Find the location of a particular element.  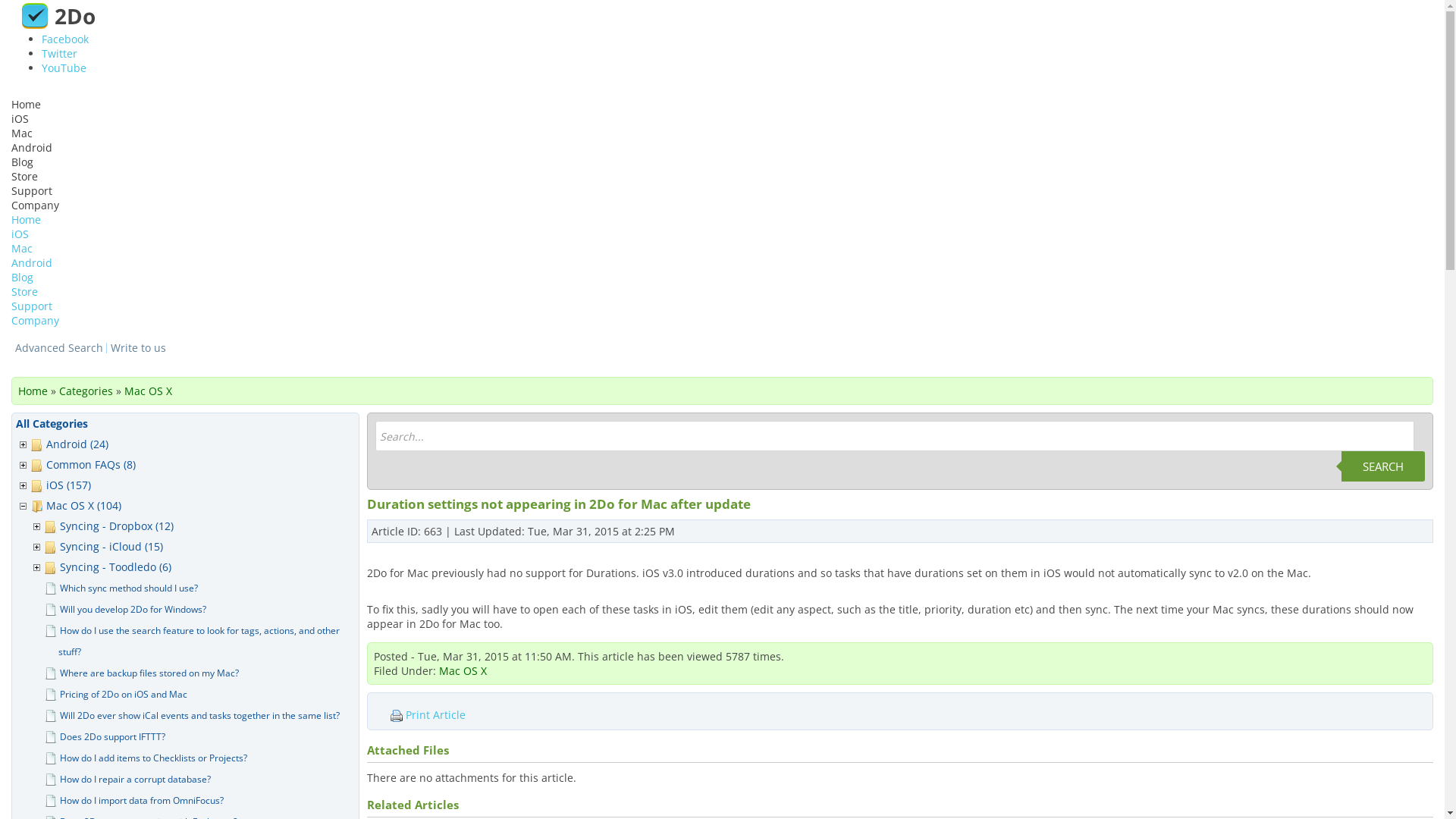

'Will you develop 2Do for Windows?' is located at coordinates (58, 608).